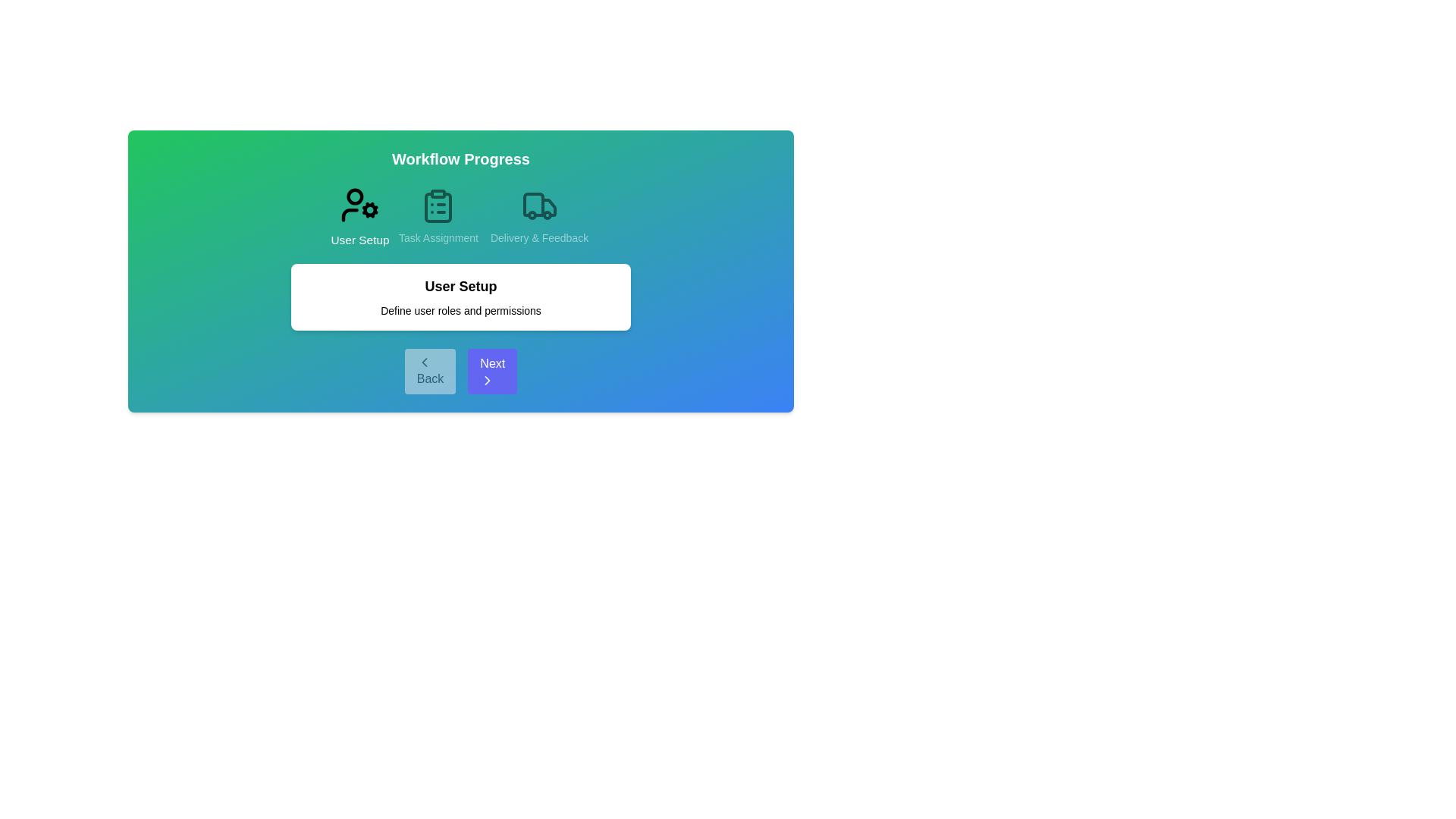  What do you see at coordinates (492, 371) in the screenshot?
I see `the 'Next' button to navigate to the next step in the workflow` at bounding box center [492, 371].